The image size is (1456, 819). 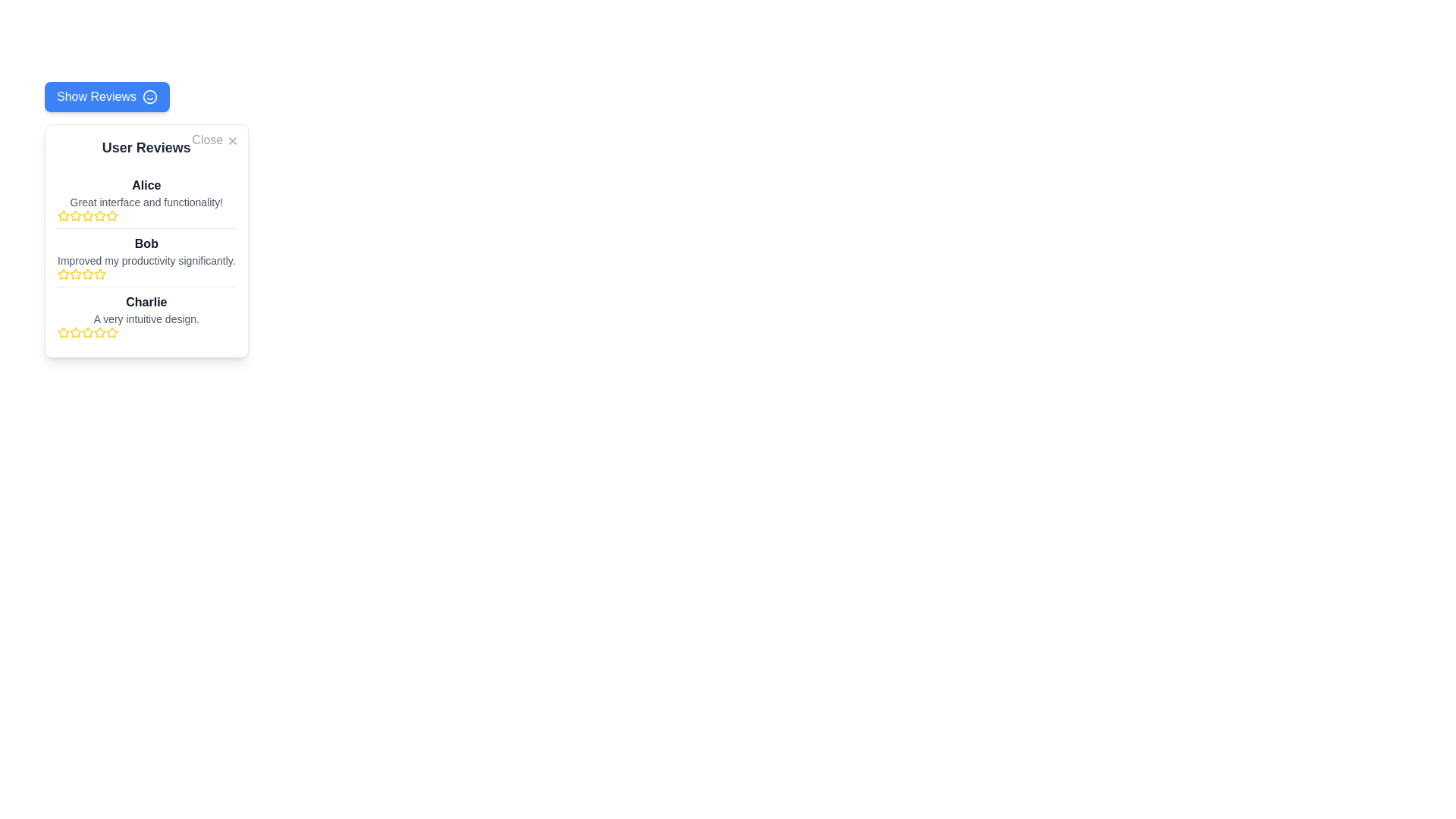 What do you see at coordinates (86, 274) in the screenshot?
I see `the second star icon in the star rating system for the review titled 'Bob', which visually represents part of the rating scale` at bounding box center [86, 274].